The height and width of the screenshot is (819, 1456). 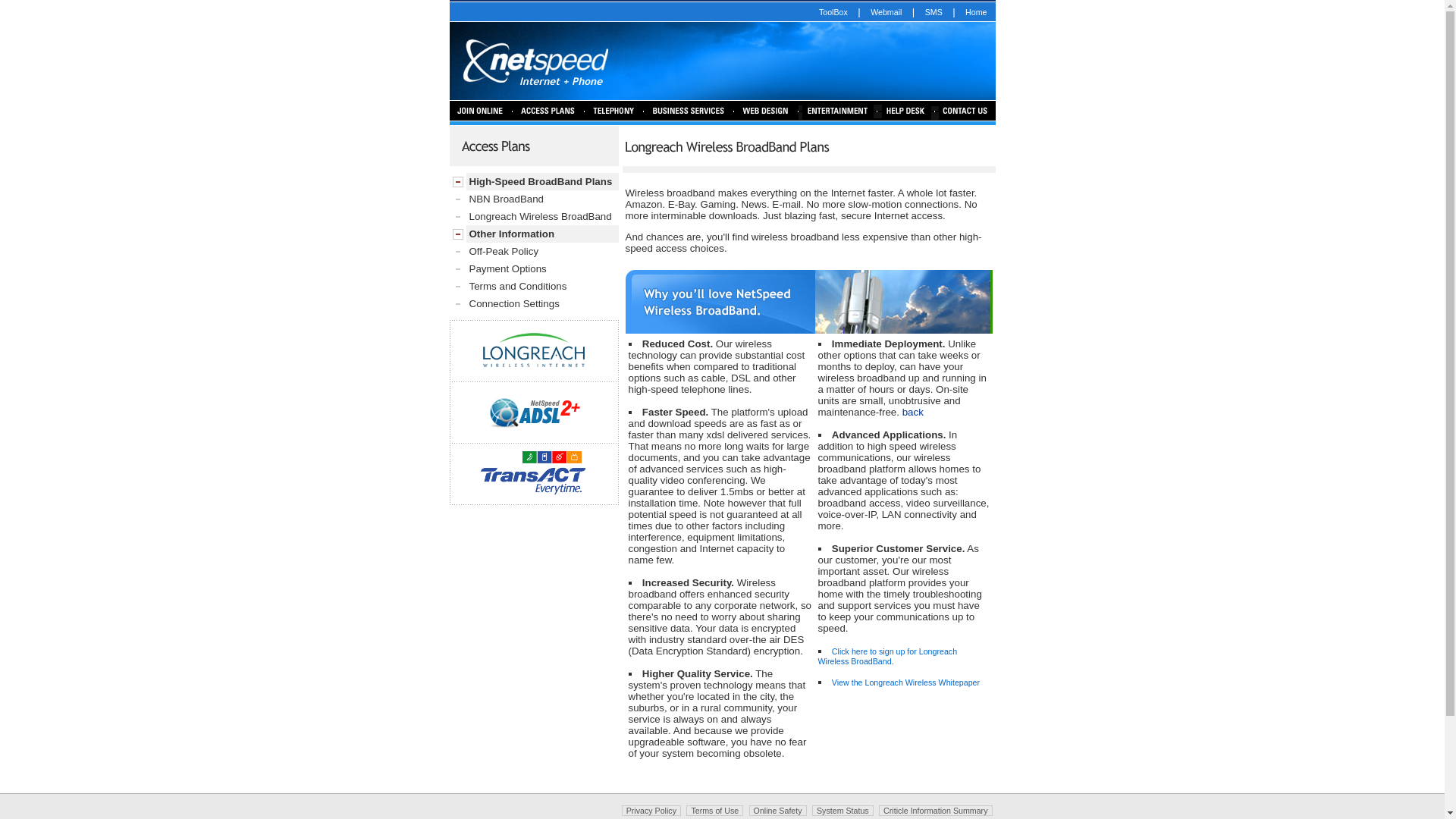 What do you see at coordinates (912, 412) in the screenshot?
I see `'back'` at bounding box center [912, 412].